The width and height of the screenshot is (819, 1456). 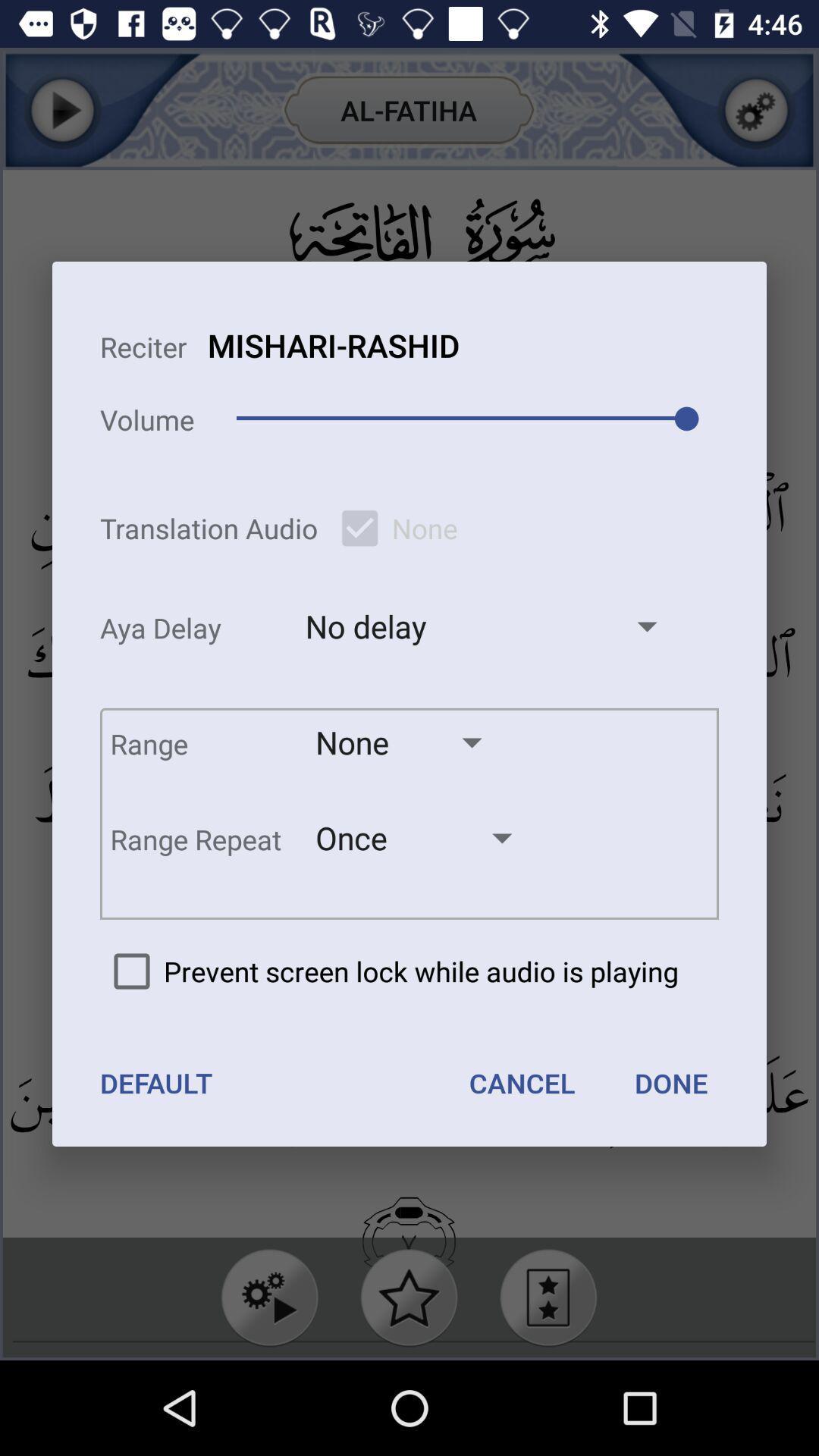 What do you see at coordinates (670, 1082) in the screenshot?
I see `the done icon` at bounding box center [670, 1082].